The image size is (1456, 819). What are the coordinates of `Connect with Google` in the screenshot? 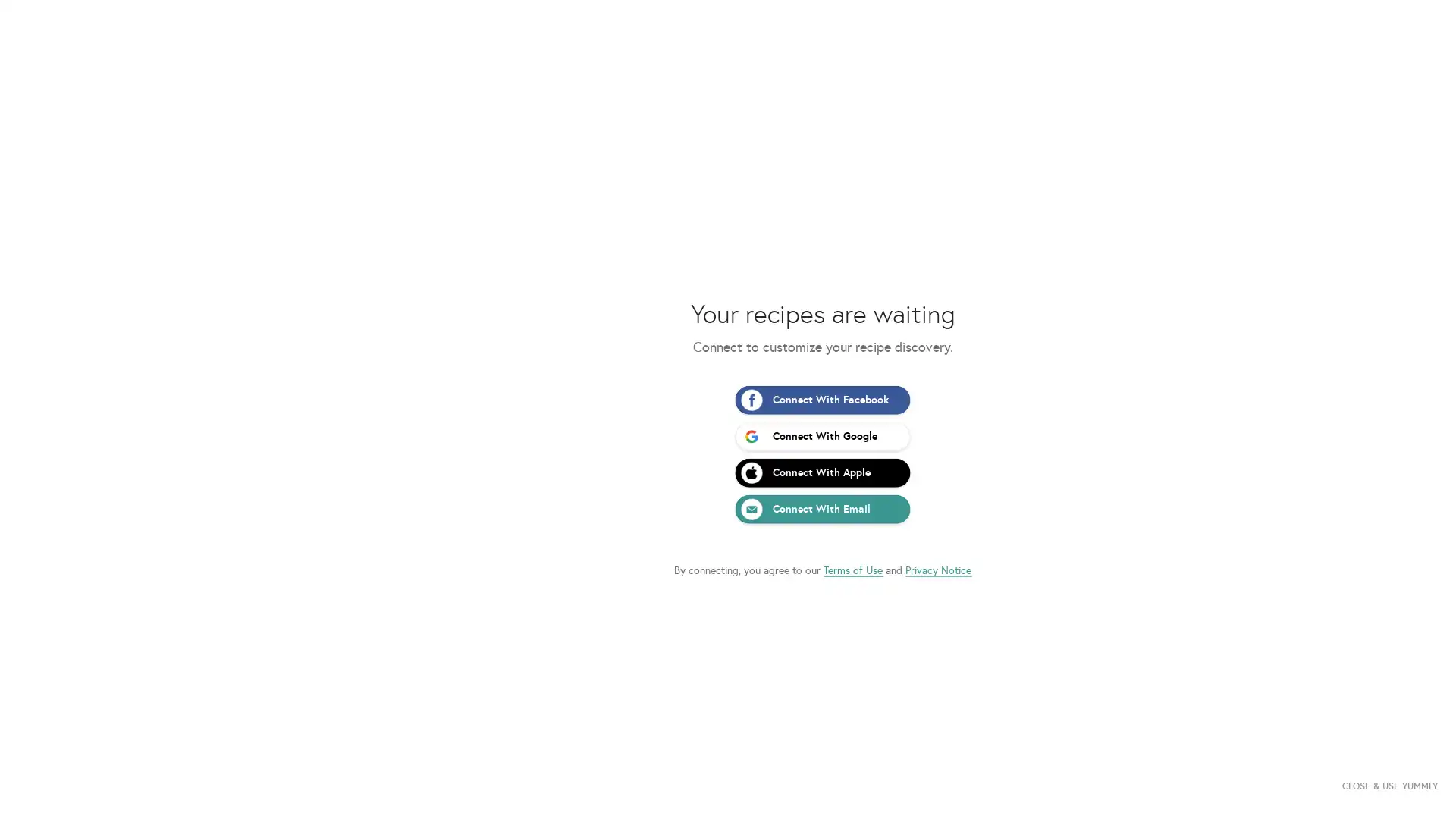 It's located at (726, 435).